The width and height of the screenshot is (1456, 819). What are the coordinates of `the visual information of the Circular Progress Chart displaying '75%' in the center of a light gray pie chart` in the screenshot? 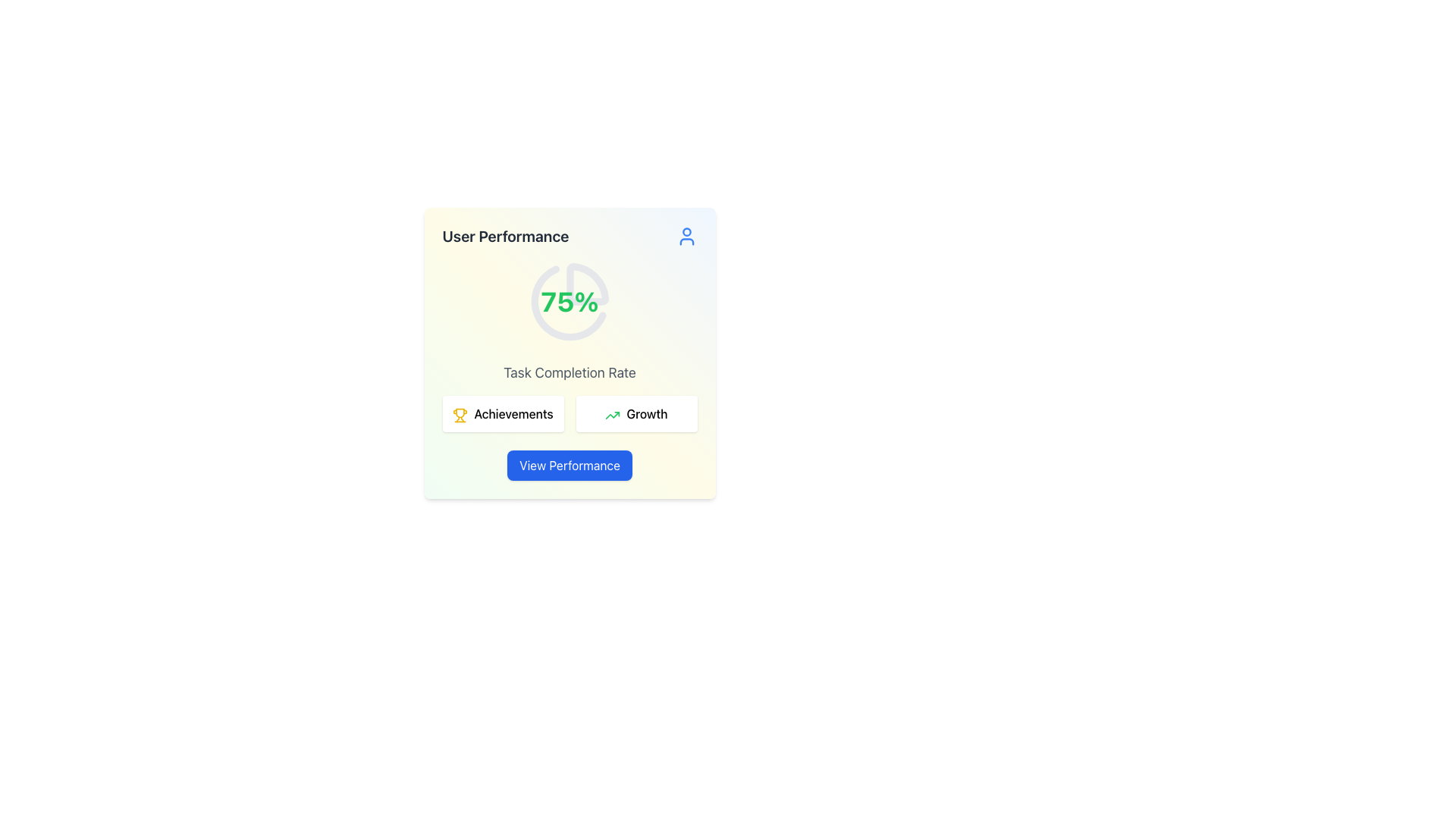 It's located at (569, 301).